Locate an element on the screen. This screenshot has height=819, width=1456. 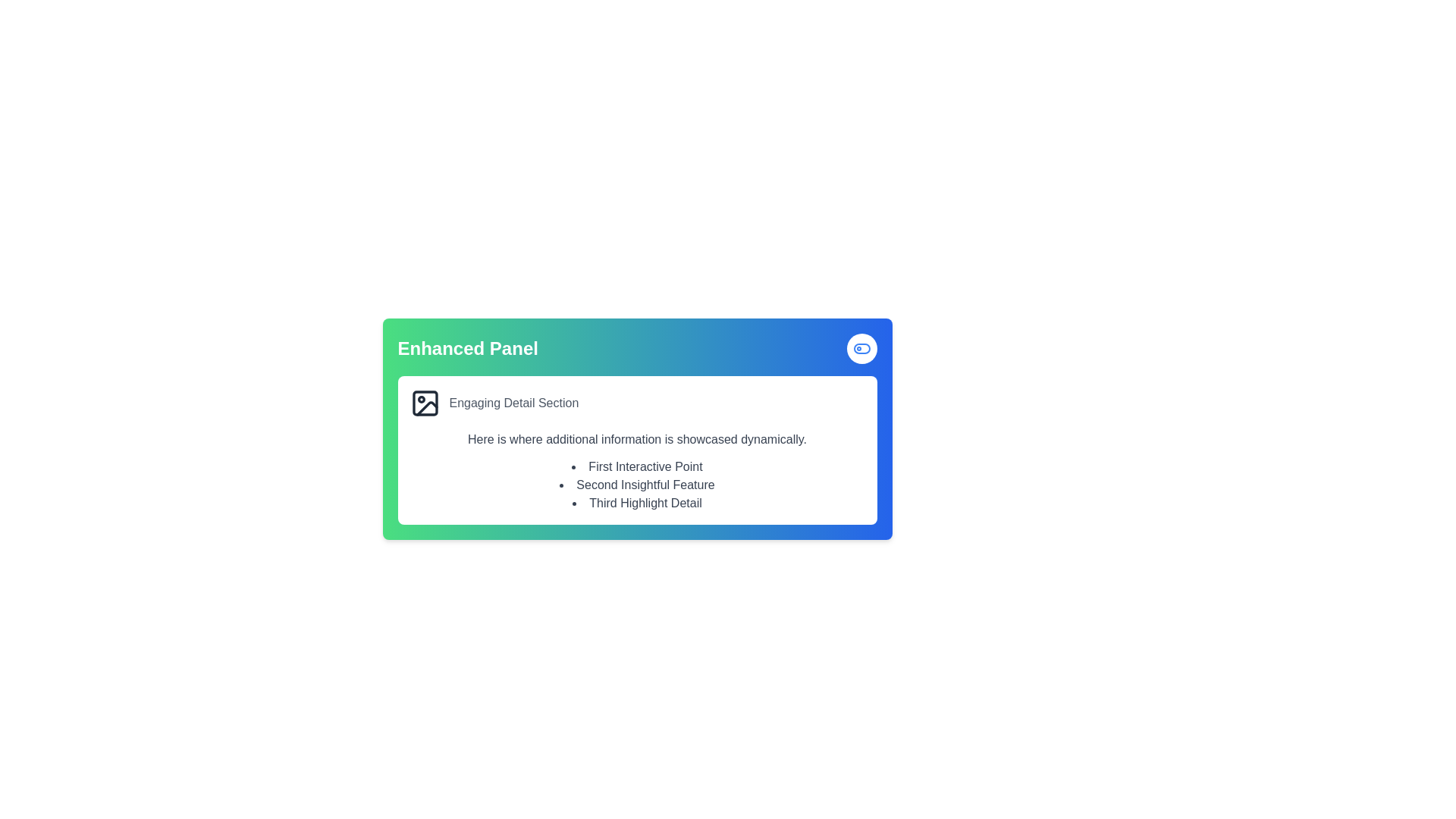
decorative icon representing the 'Engaging Detail Section' by using developer tools is located at coordinates (425, 403).